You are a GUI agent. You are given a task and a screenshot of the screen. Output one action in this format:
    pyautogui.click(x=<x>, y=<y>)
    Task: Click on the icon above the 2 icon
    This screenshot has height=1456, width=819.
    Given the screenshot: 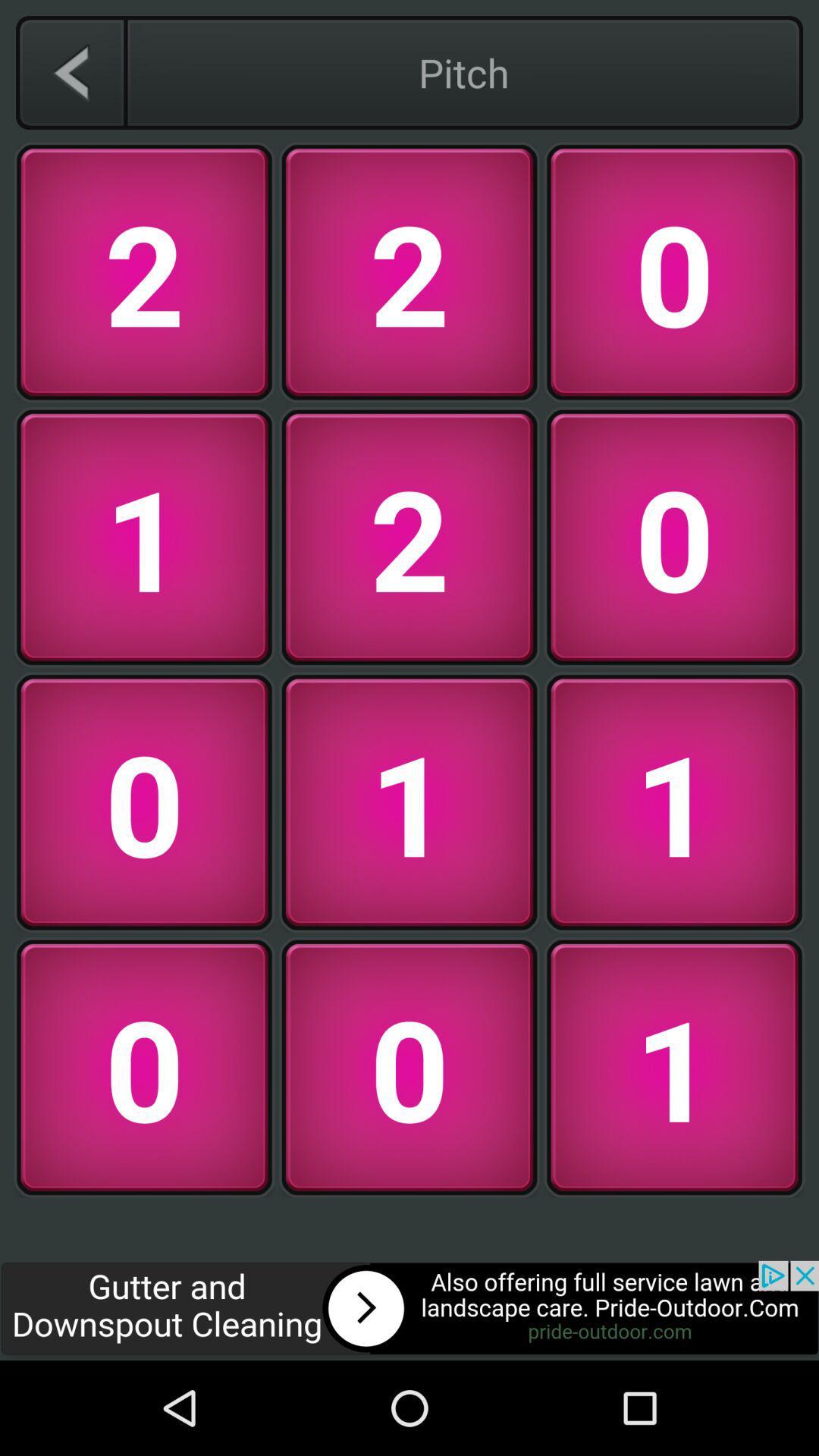 What is the action you would take?
    pyautogui.click(x=71, y=72)
    